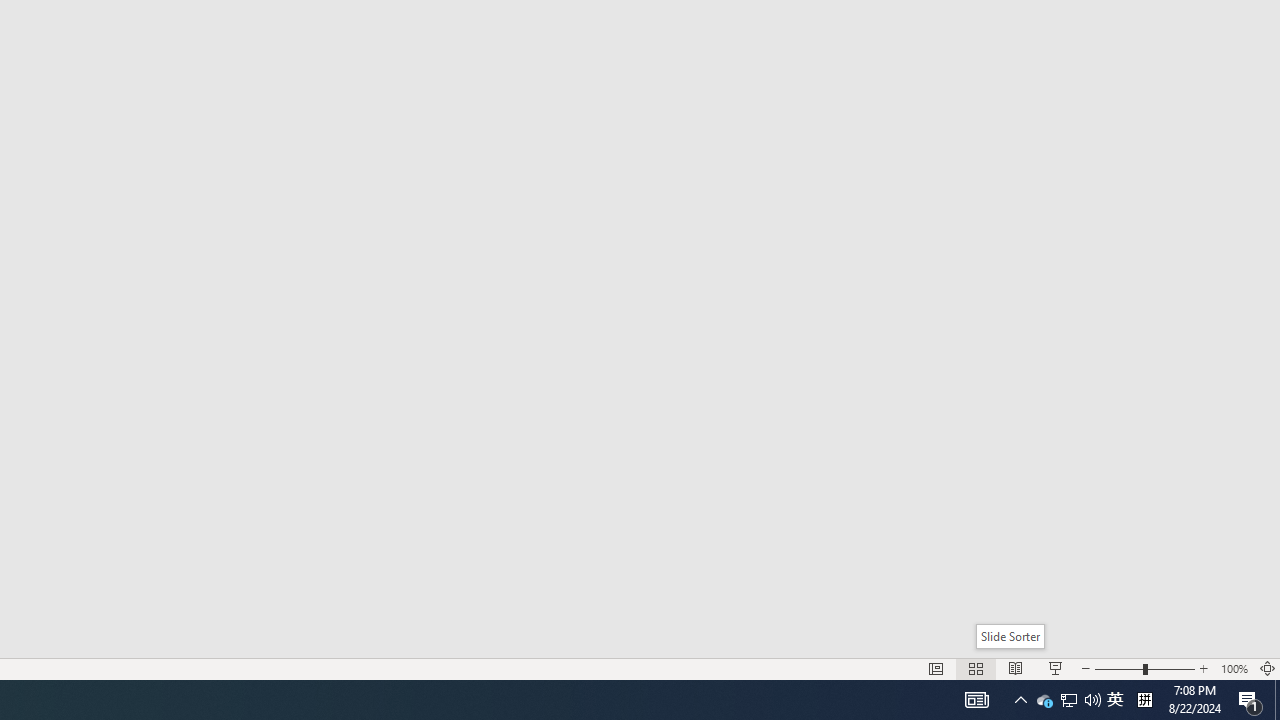  Describe the element at coordinates (1233, 669) in the screenshot. I see `'Zoom 100%'` at that location.